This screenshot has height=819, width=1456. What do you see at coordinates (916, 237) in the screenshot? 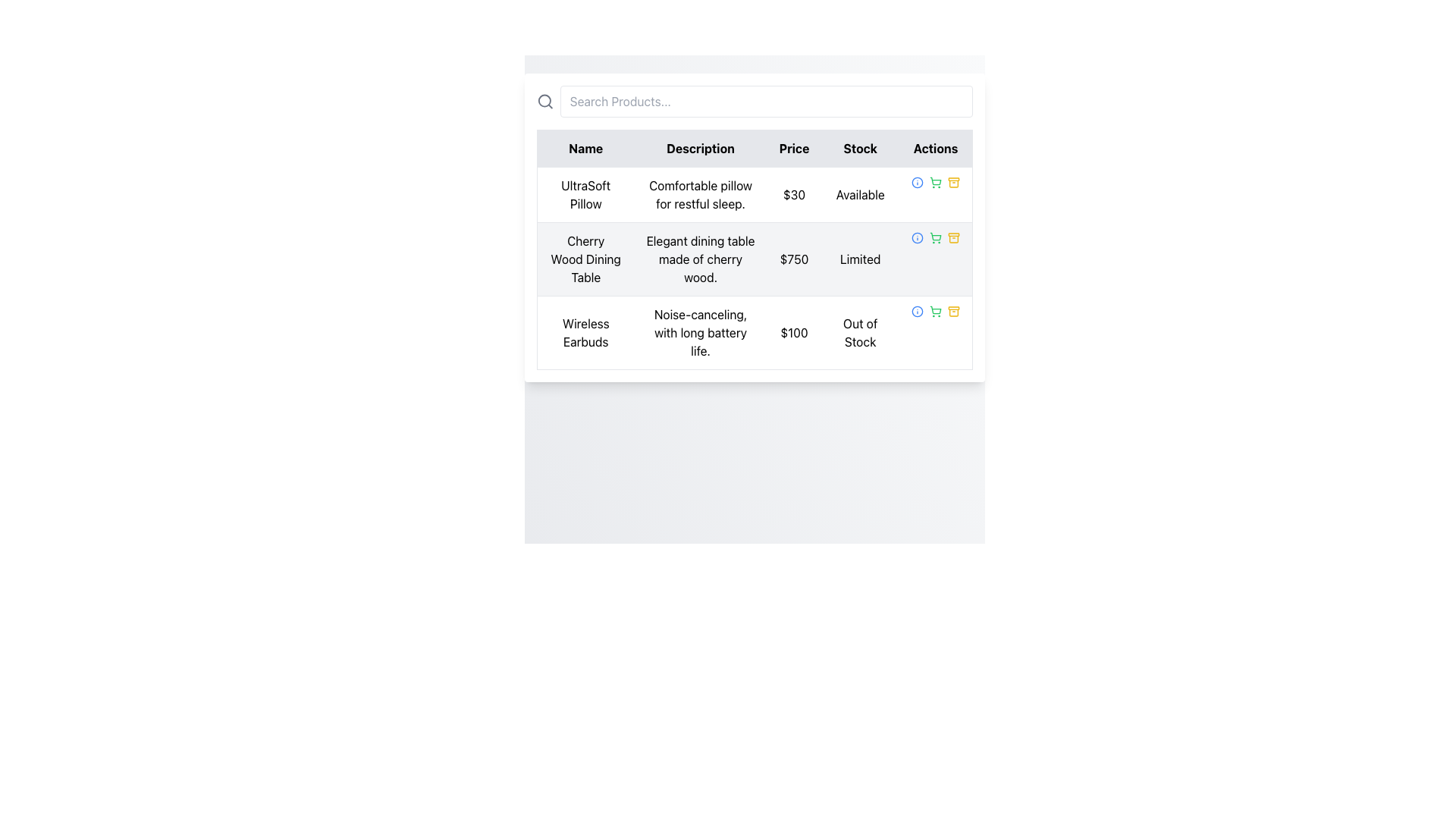
I see `the information button for the 'Cherry Wood Dining Table'` at bounding box center [916, 237].